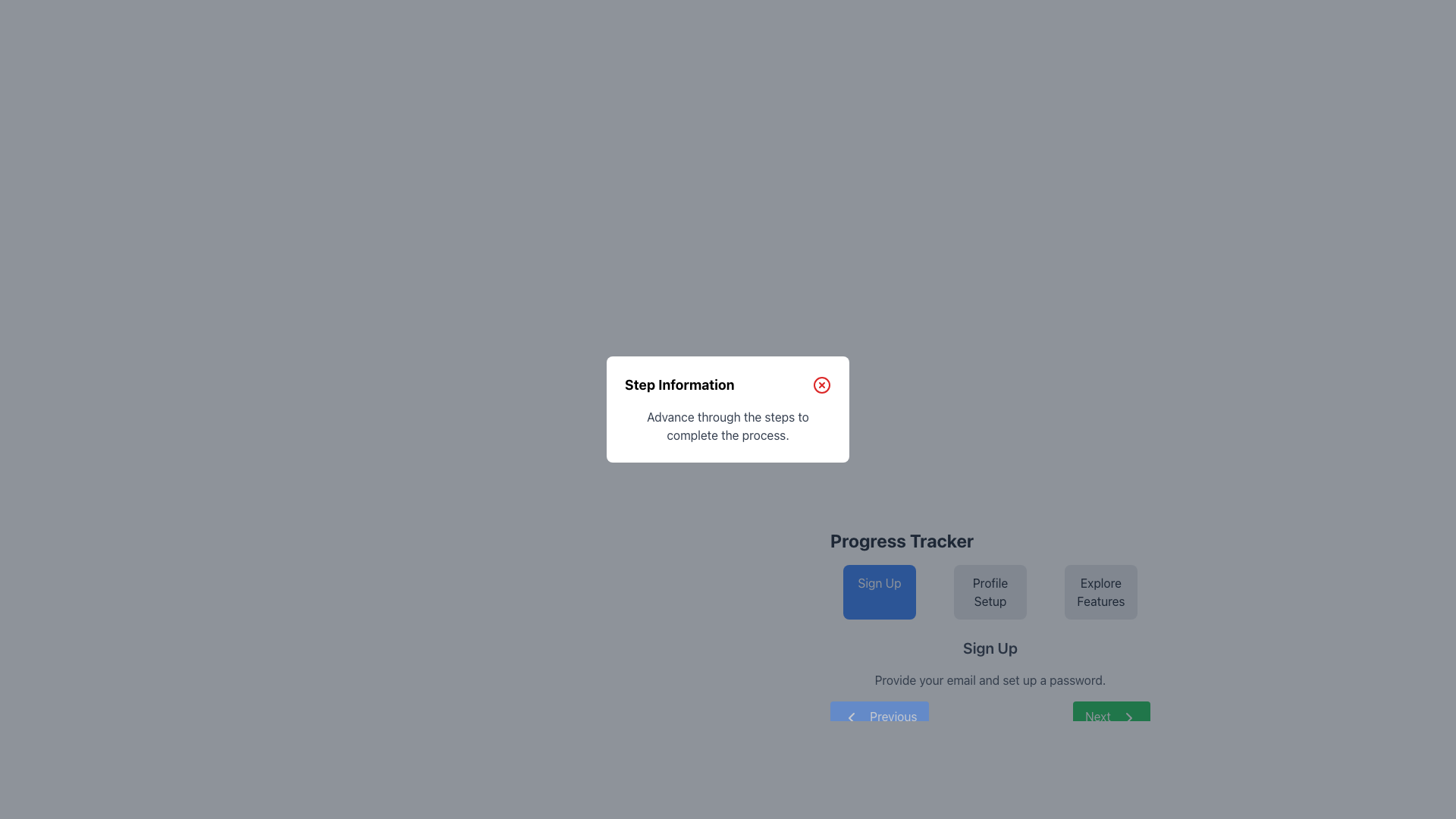 This screenshot has width=1456, height=819. Describe the element at coordinates (1112, 717) in the screenshot. I see `the navigation button located at the bottom-right corner, next to the blue 'Previous' button, to proceed to the next step in the process` at that location.